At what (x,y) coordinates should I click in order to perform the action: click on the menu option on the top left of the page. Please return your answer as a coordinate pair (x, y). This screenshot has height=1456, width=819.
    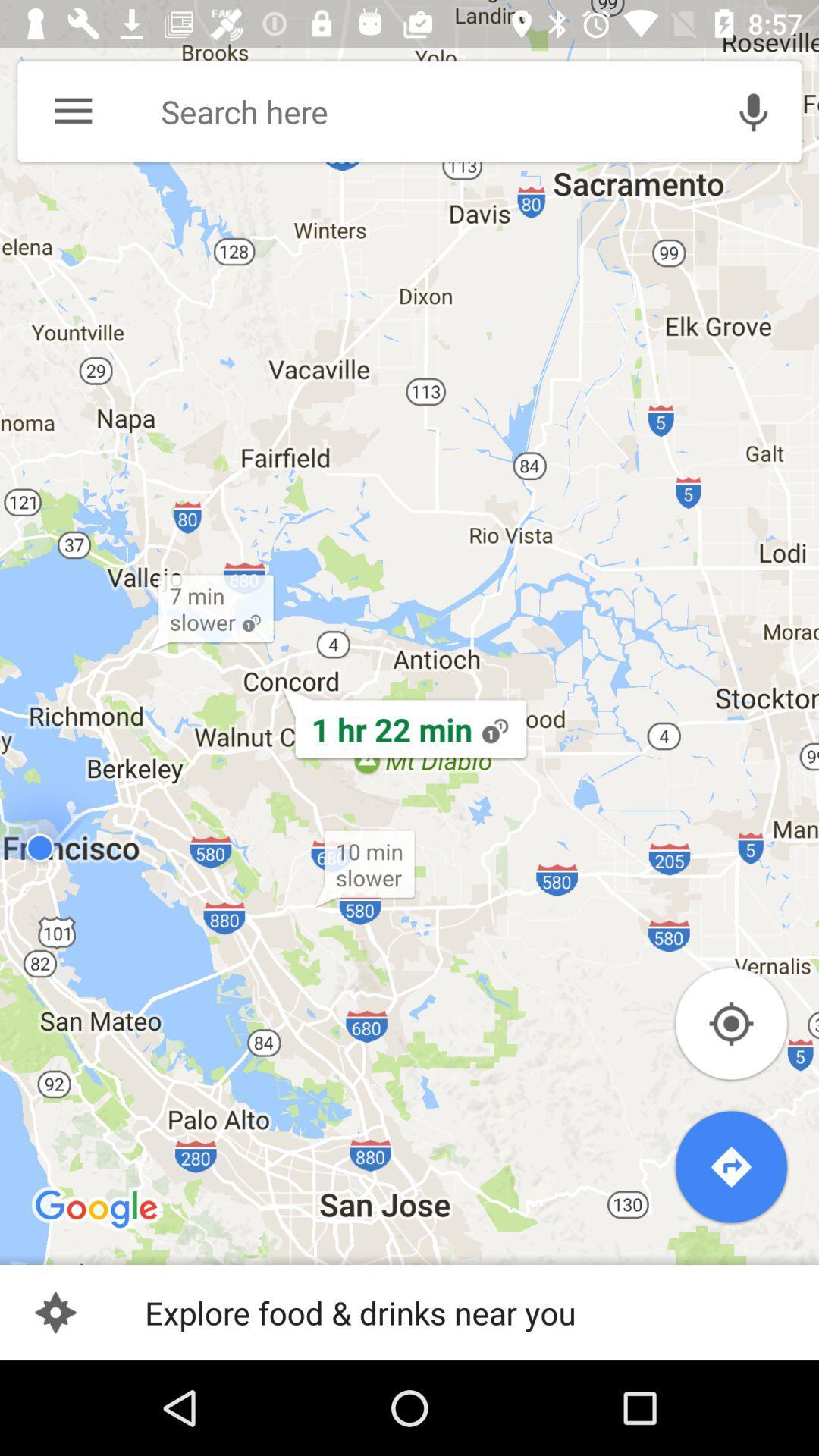
    Looking at the image, I should click on (73, 111).